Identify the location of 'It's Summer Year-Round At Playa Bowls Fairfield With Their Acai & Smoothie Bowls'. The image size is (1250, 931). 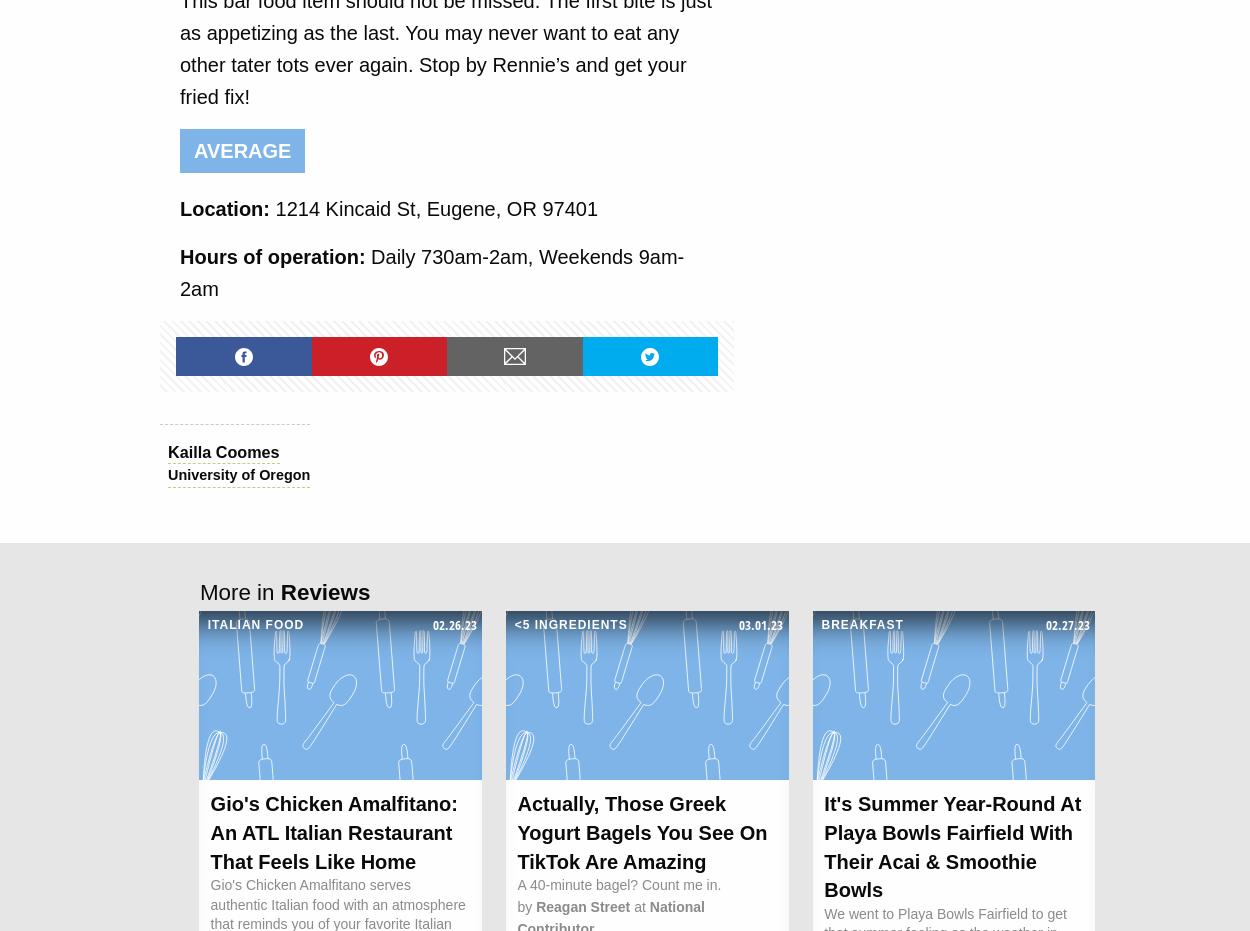
(823, 846).